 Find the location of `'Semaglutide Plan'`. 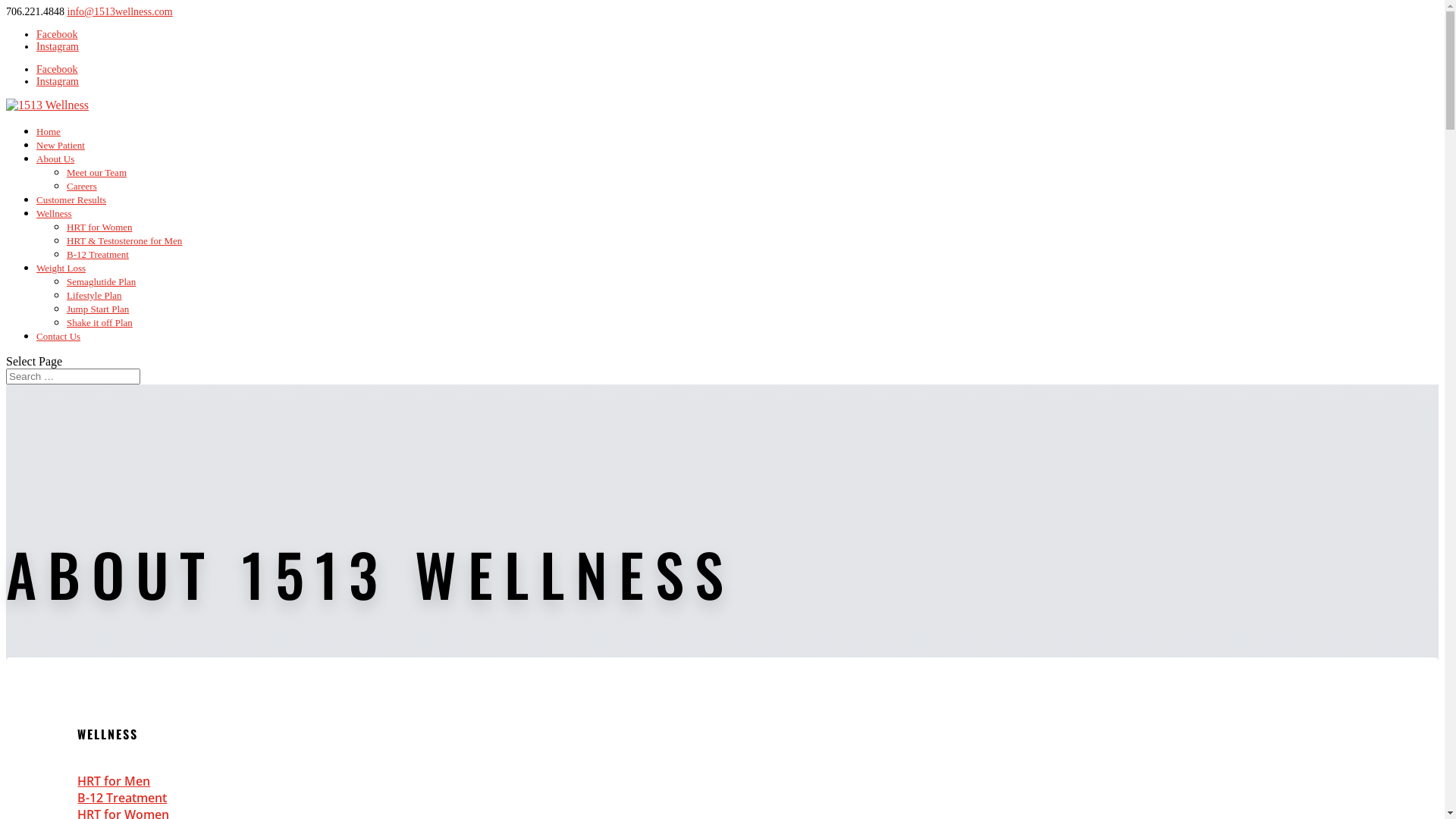

'Semaglutide Plan' is located at coordinates (100, 281).